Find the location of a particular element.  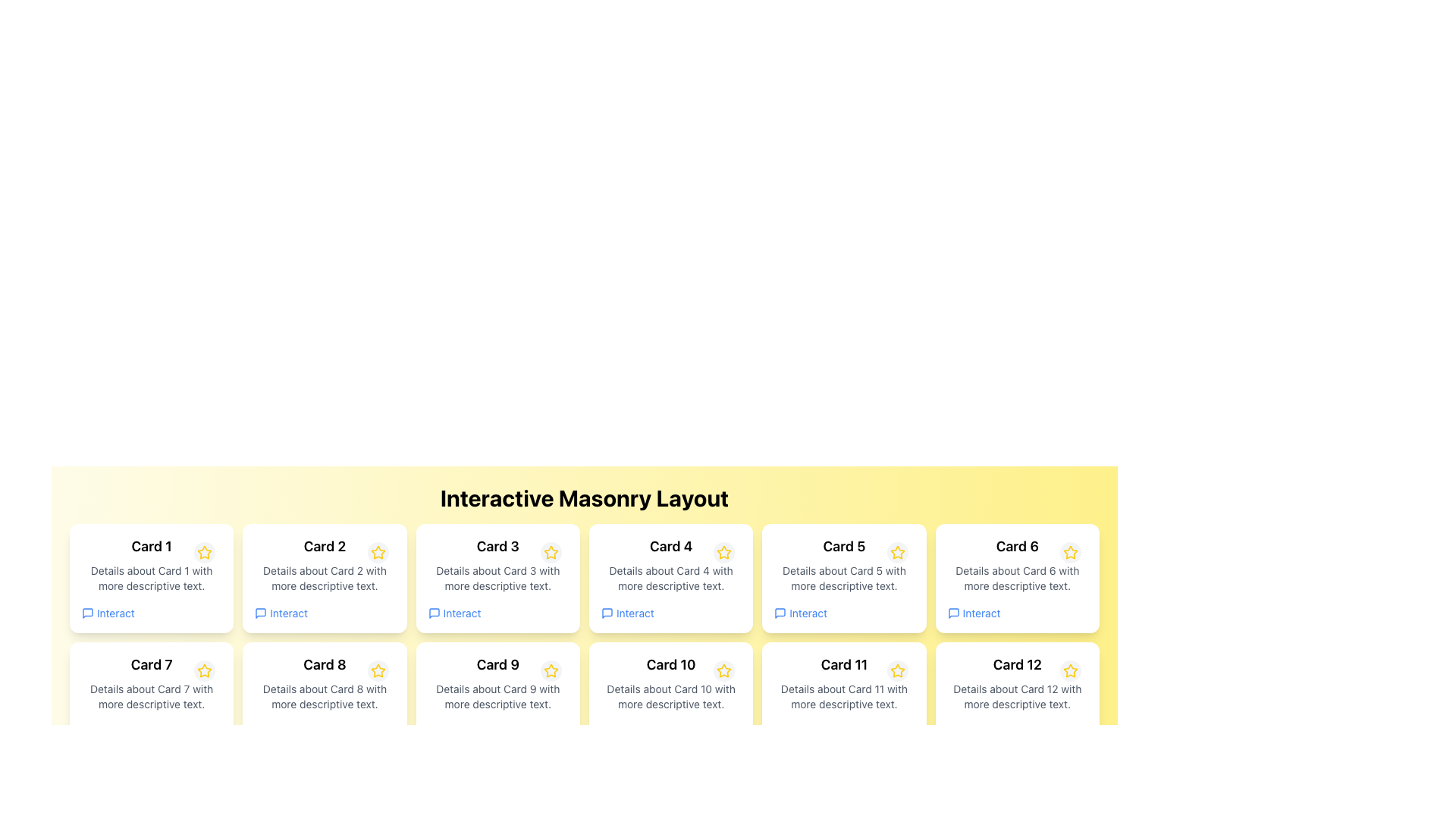

message bubble icon located in the third card of a 4x3 grid layout under 'Interact' is located at coordinates (433, 613).